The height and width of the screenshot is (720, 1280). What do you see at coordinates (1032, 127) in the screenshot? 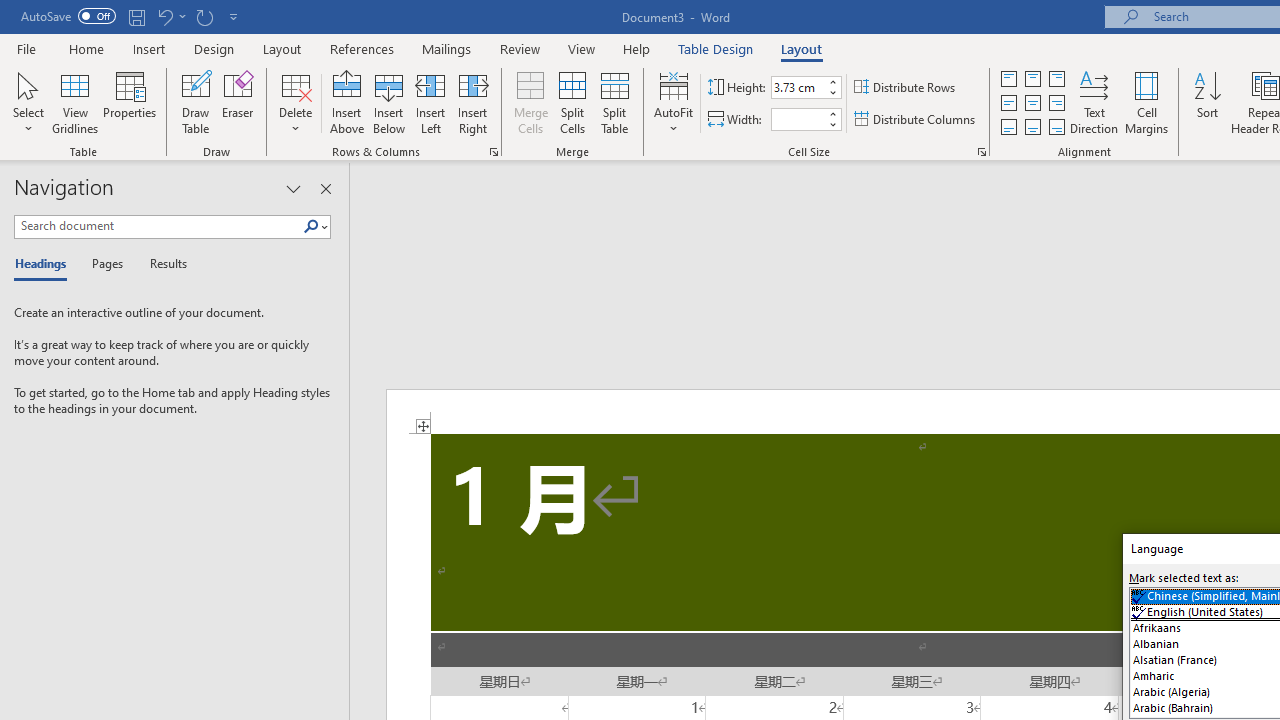
I see `'Align Bottom Center'` at bounding box center [1032, 127].